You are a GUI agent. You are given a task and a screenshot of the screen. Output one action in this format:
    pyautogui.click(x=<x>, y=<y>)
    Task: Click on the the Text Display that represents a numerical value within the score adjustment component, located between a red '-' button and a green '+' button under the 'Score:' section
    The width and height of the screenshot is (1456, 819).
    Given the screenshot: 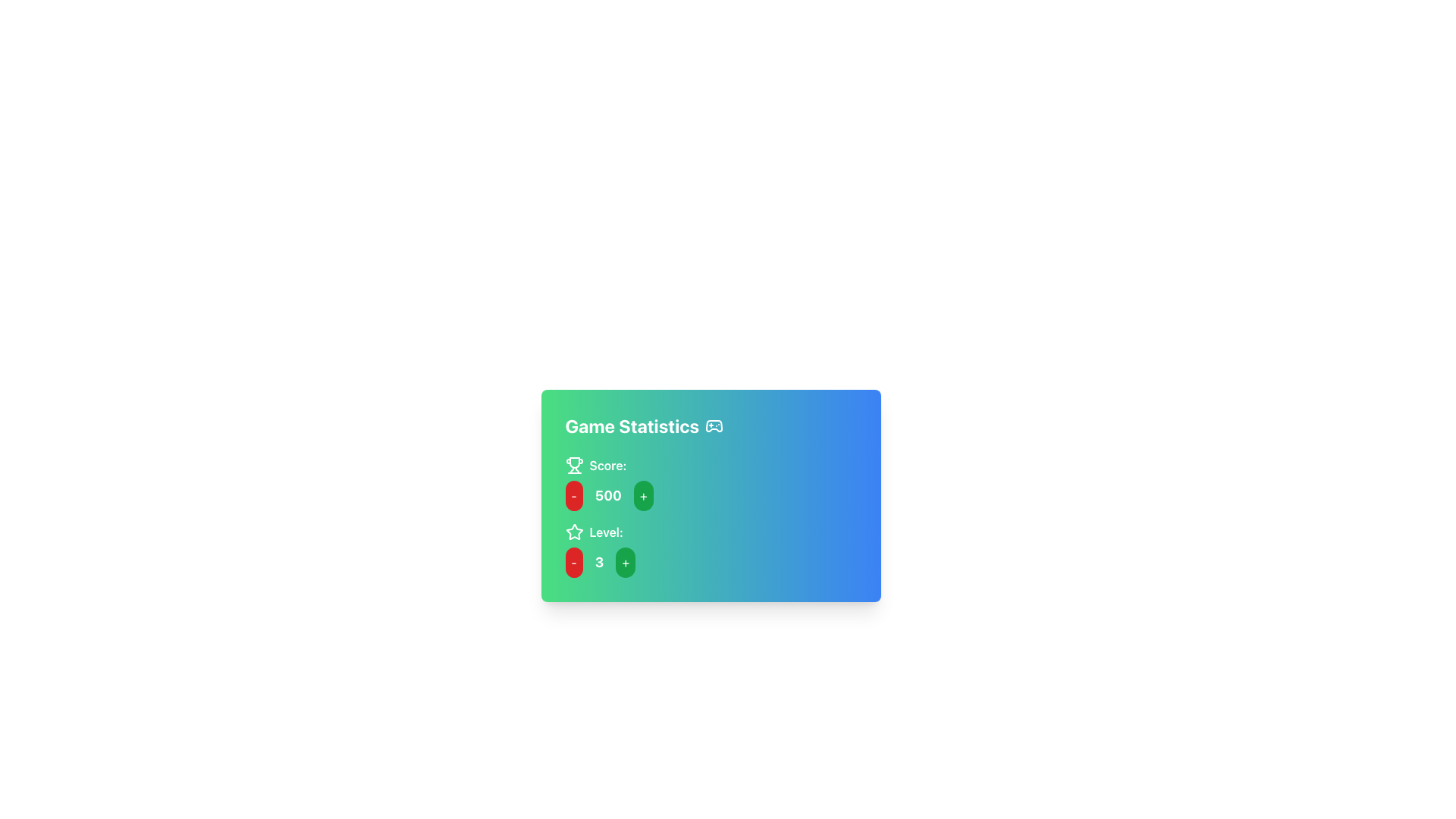 What is the action you would take?
    pyautogui.click(x=608, y=496)
    